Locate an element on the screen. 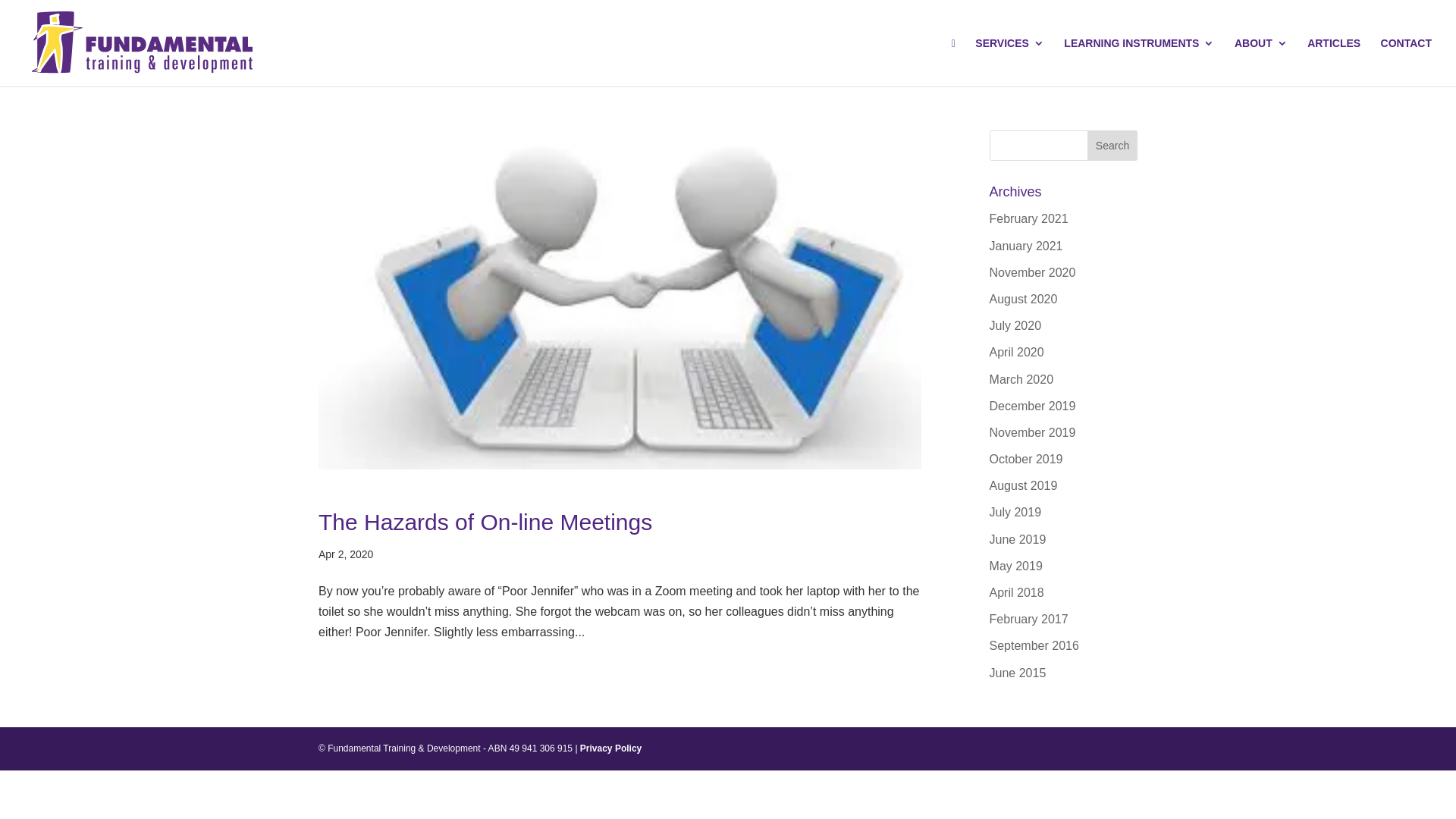 The width and height of the screenshot is (1456, 819). 'October 2019' is located at coordinates (1026, 458).